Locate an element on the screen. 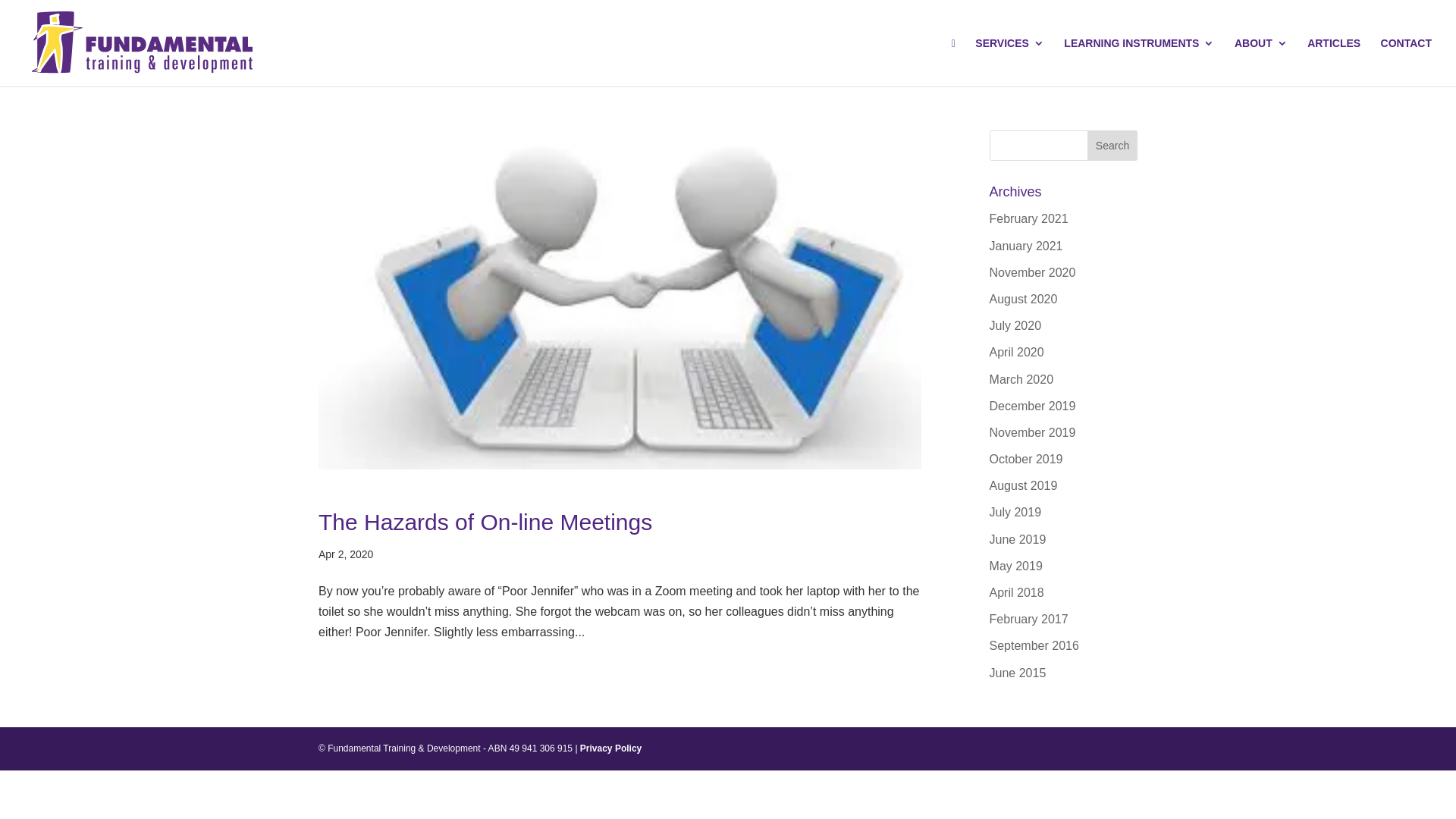 The width and height of the screenshot is (1456, 819). 'October 2019' is located at coordinates (1026, 458).